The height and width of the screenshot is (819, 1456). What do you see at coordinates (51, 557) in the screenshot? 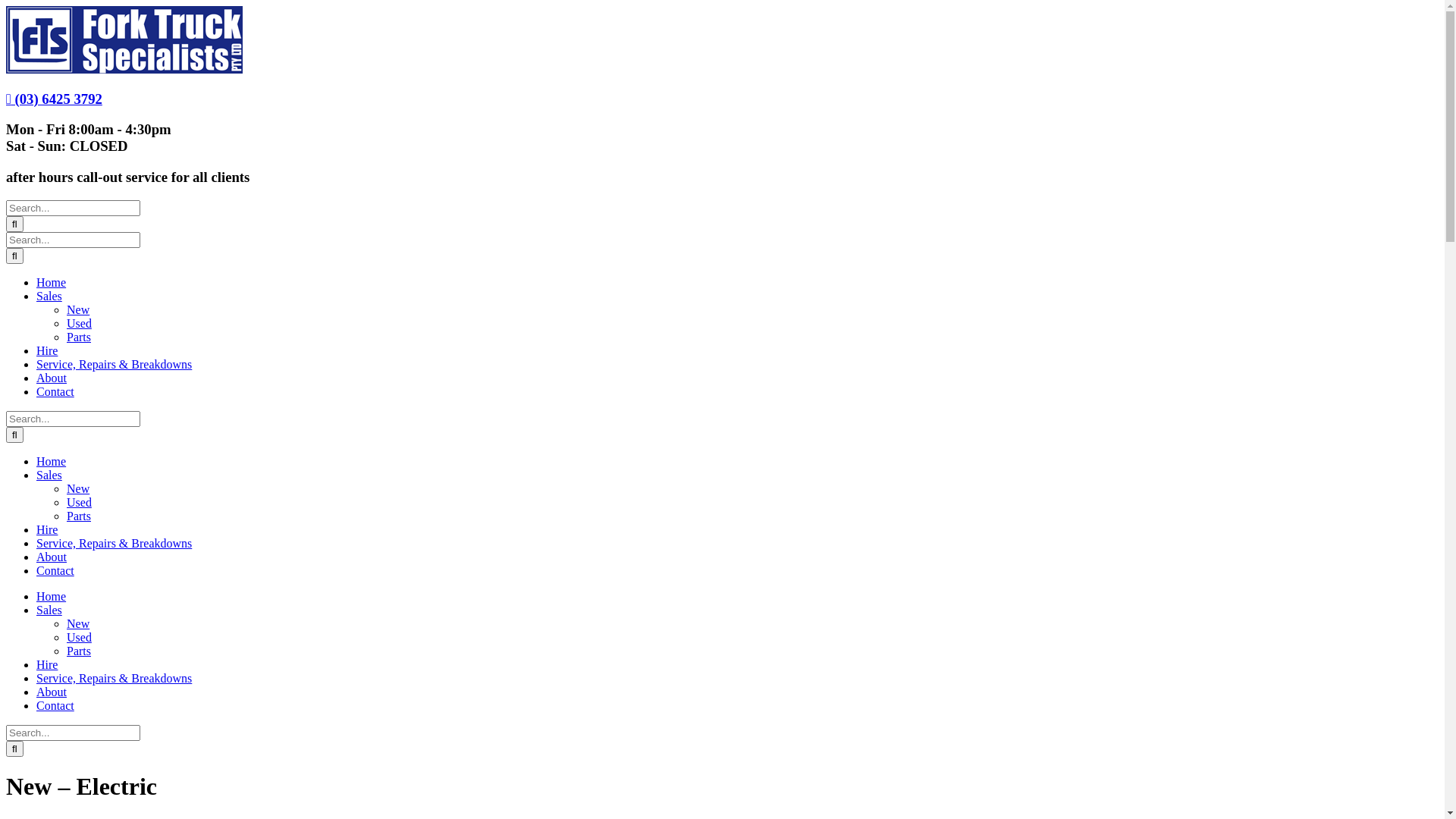
I see `'About'` at bounding box center [51, 557].